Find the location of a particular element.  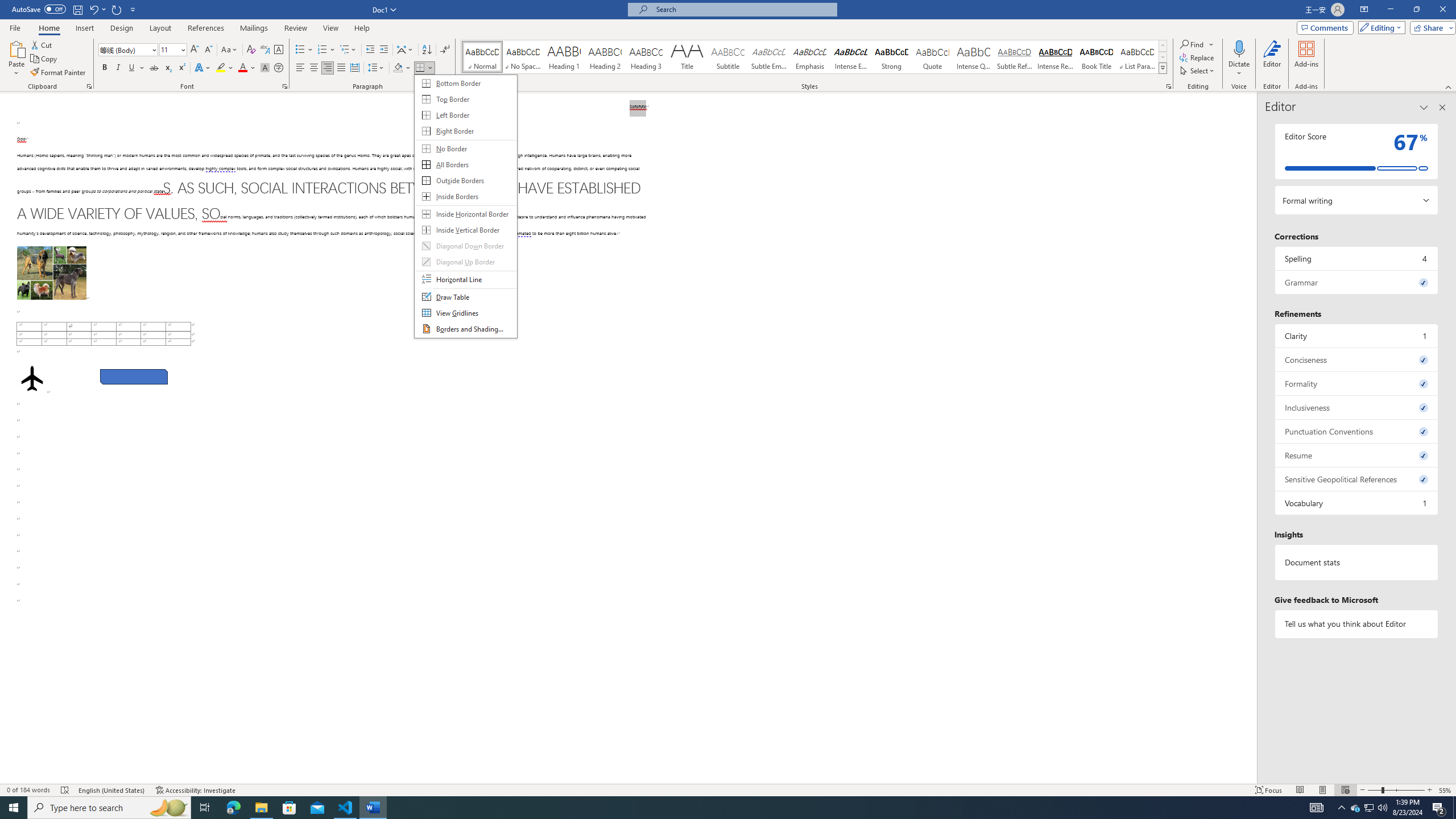

'Zoom' is located at coordinates (1396, 790).